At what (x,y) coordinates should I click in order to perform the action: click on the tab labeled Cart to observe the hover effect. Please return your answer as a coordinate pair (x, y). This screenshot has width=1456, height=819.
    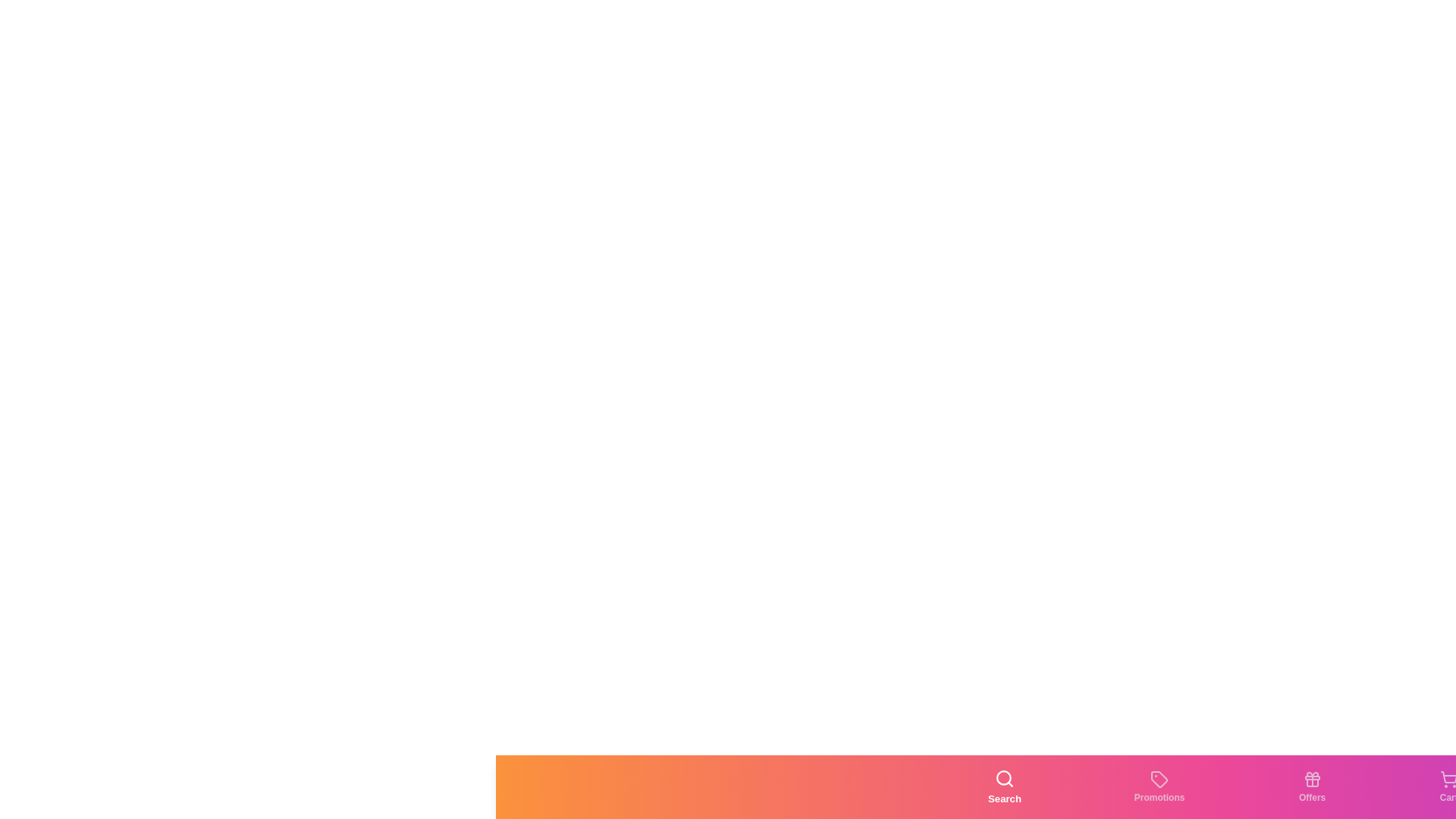
    Looking at the image, I should click on (1448, 786).